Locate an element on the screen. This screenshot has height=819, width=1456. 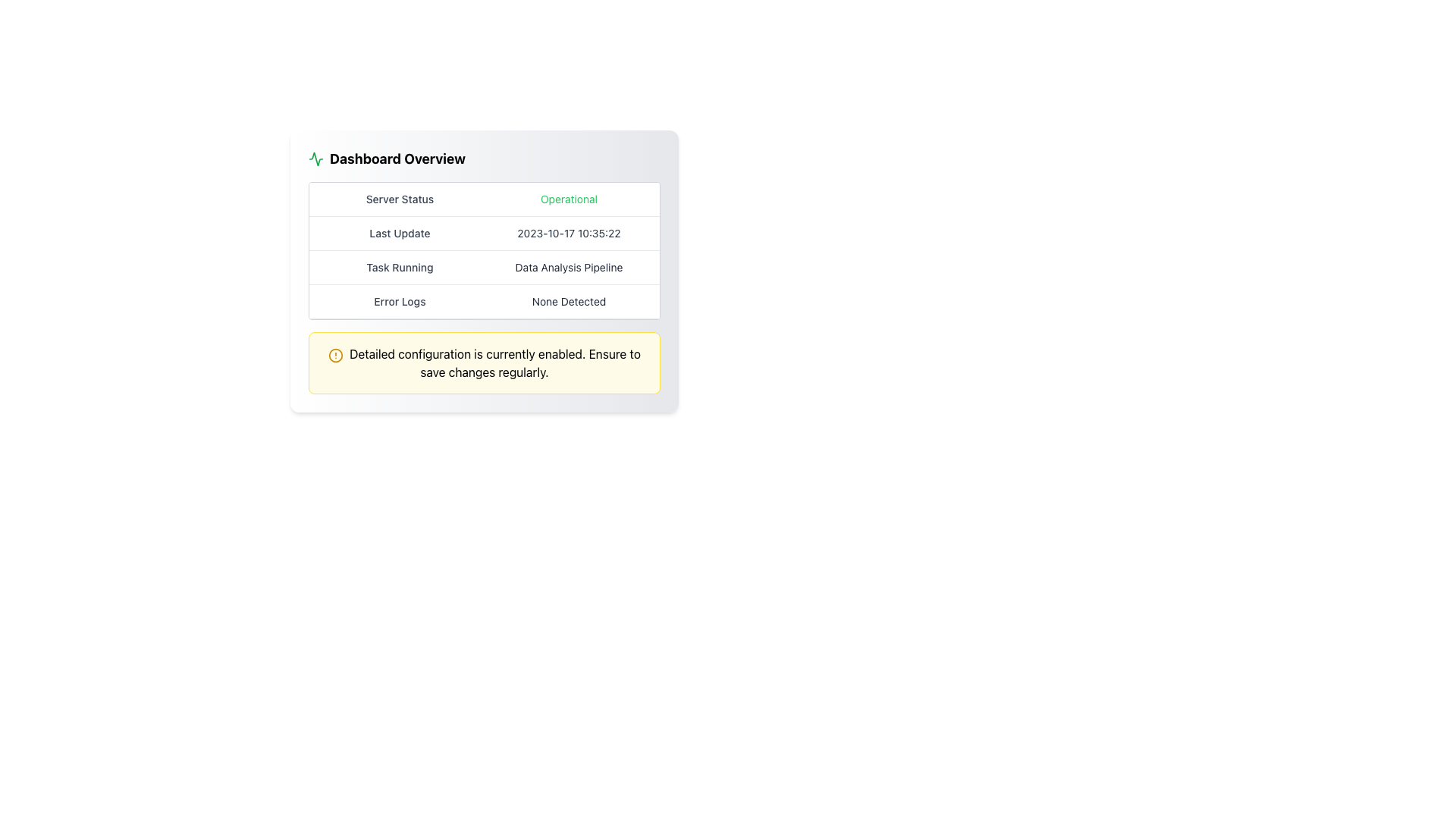
the Text Label in the left column of the 2x2 grid layout within the 'Dashboard Overview' section, which serves to identify the timestamp displayed to its right is located at coordinates (400, 234).